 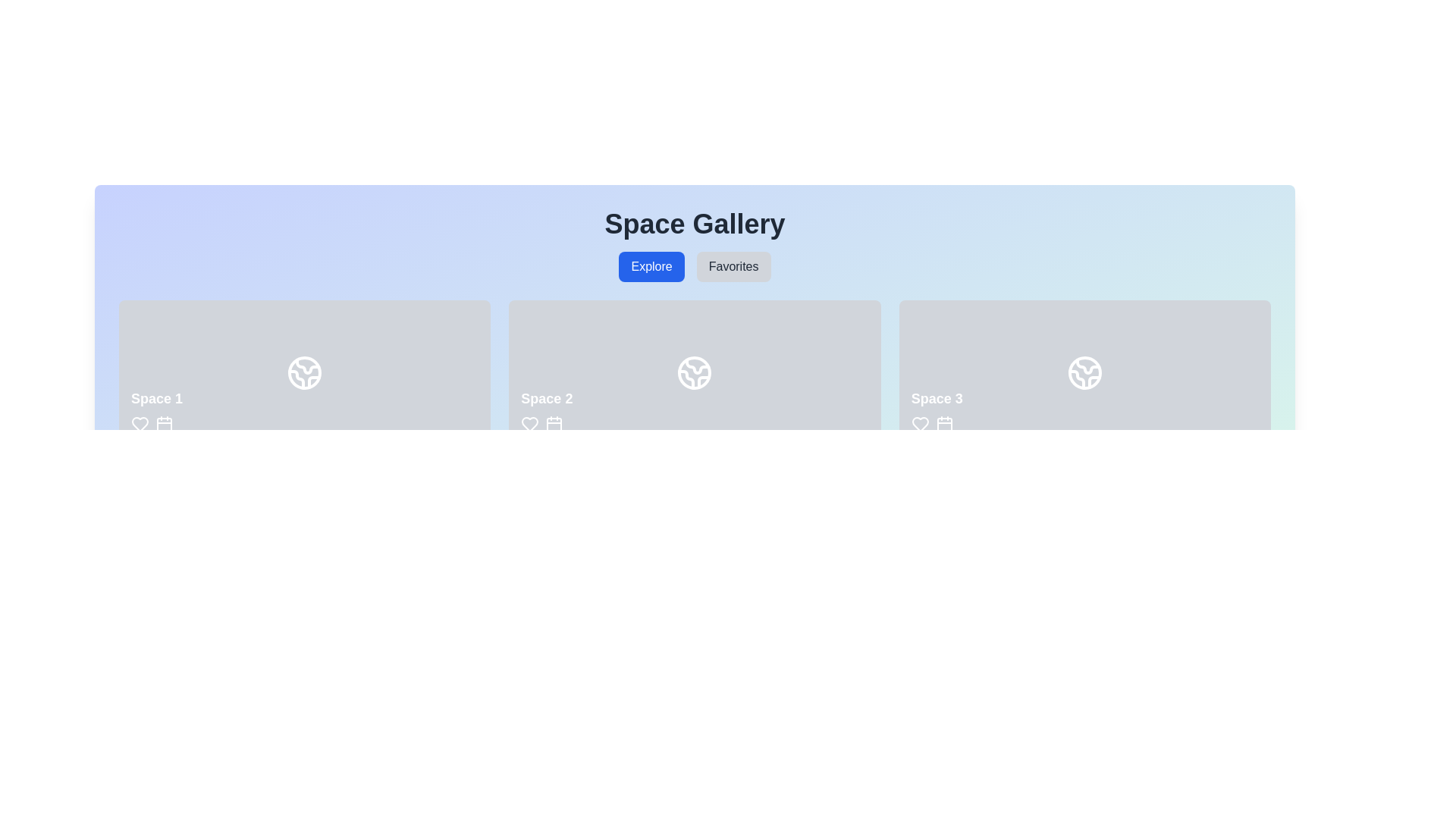 I want to click on the text label displaying 'Space 3' located in the lower-left corner of the third card under the 'Space Gallery' section, so click(x=936, y=411).